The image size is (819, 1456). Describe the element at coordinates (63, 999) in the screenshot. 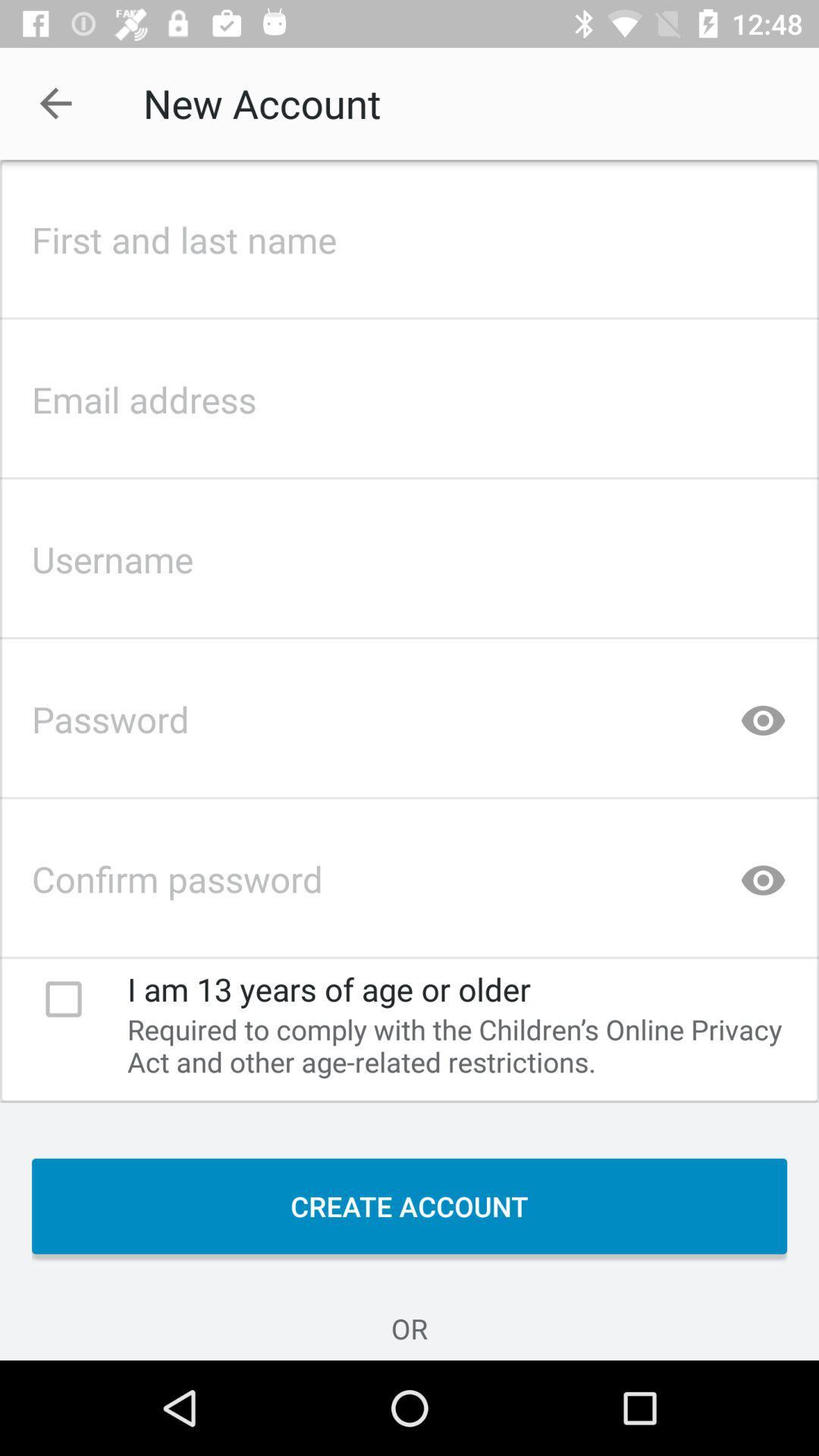

I see `check box` at that location.